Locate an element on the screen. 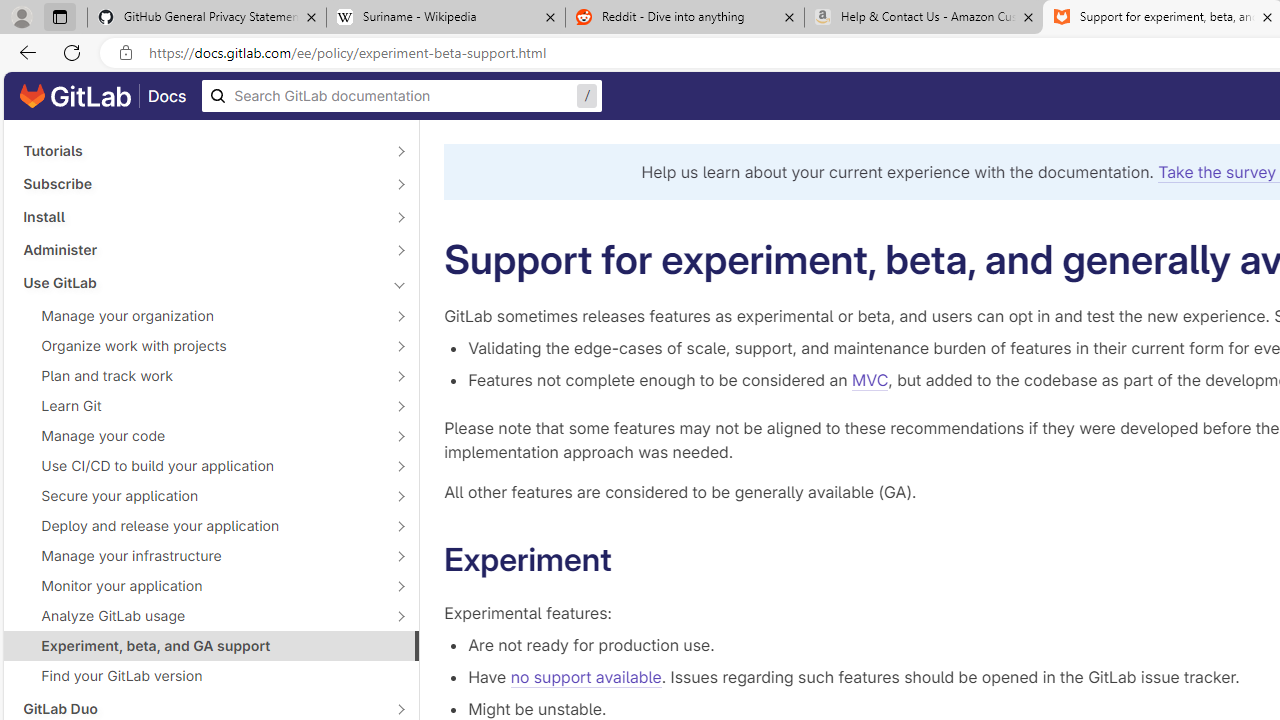 Image resolution: width=1280 pixels, height=720 pixels. 'MVC' is located at coordinates (870, 380).